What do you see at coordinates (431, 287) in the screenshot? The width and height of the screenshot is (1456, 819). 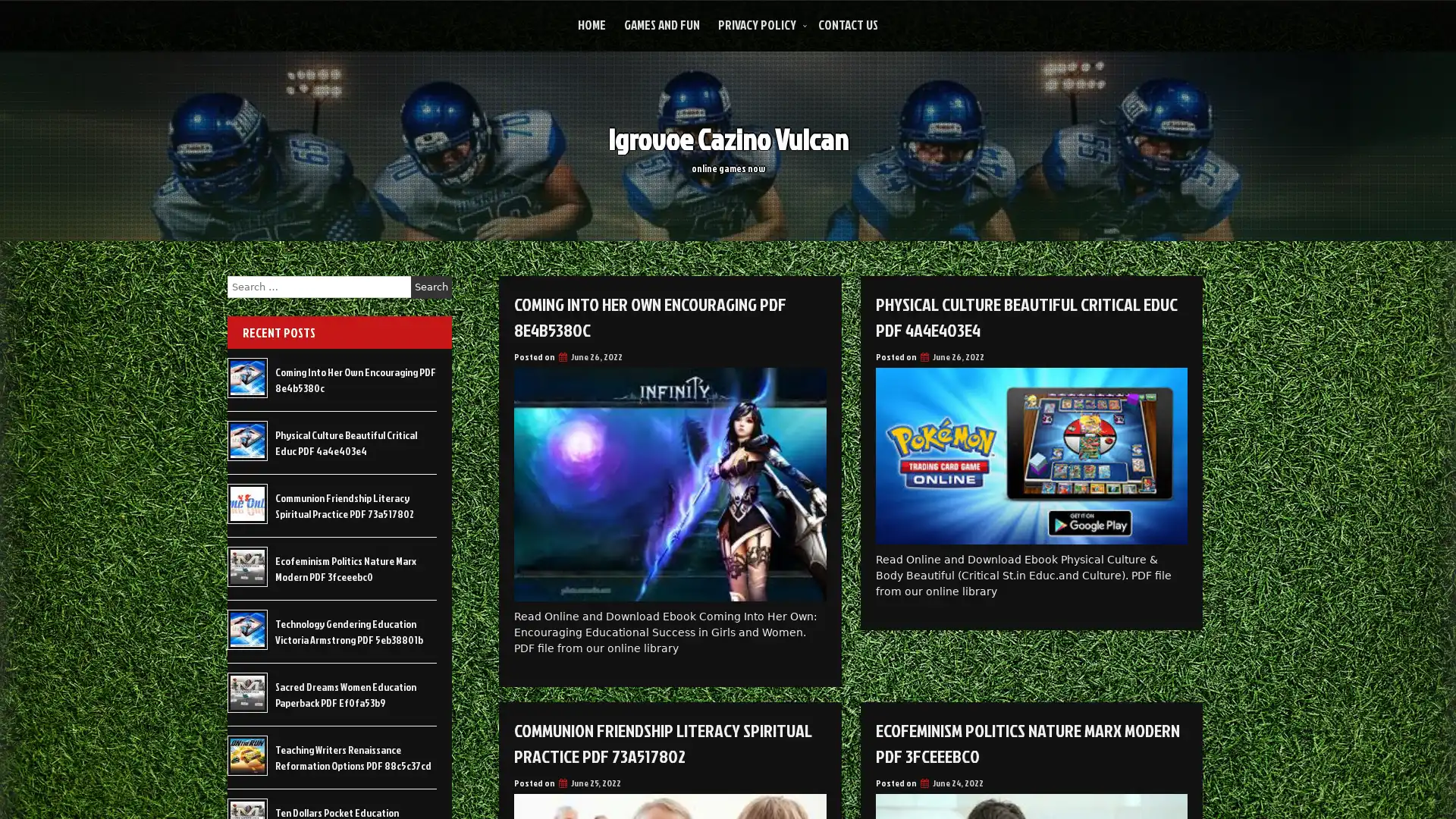 I see `Search` at bounding box center [431, 287].